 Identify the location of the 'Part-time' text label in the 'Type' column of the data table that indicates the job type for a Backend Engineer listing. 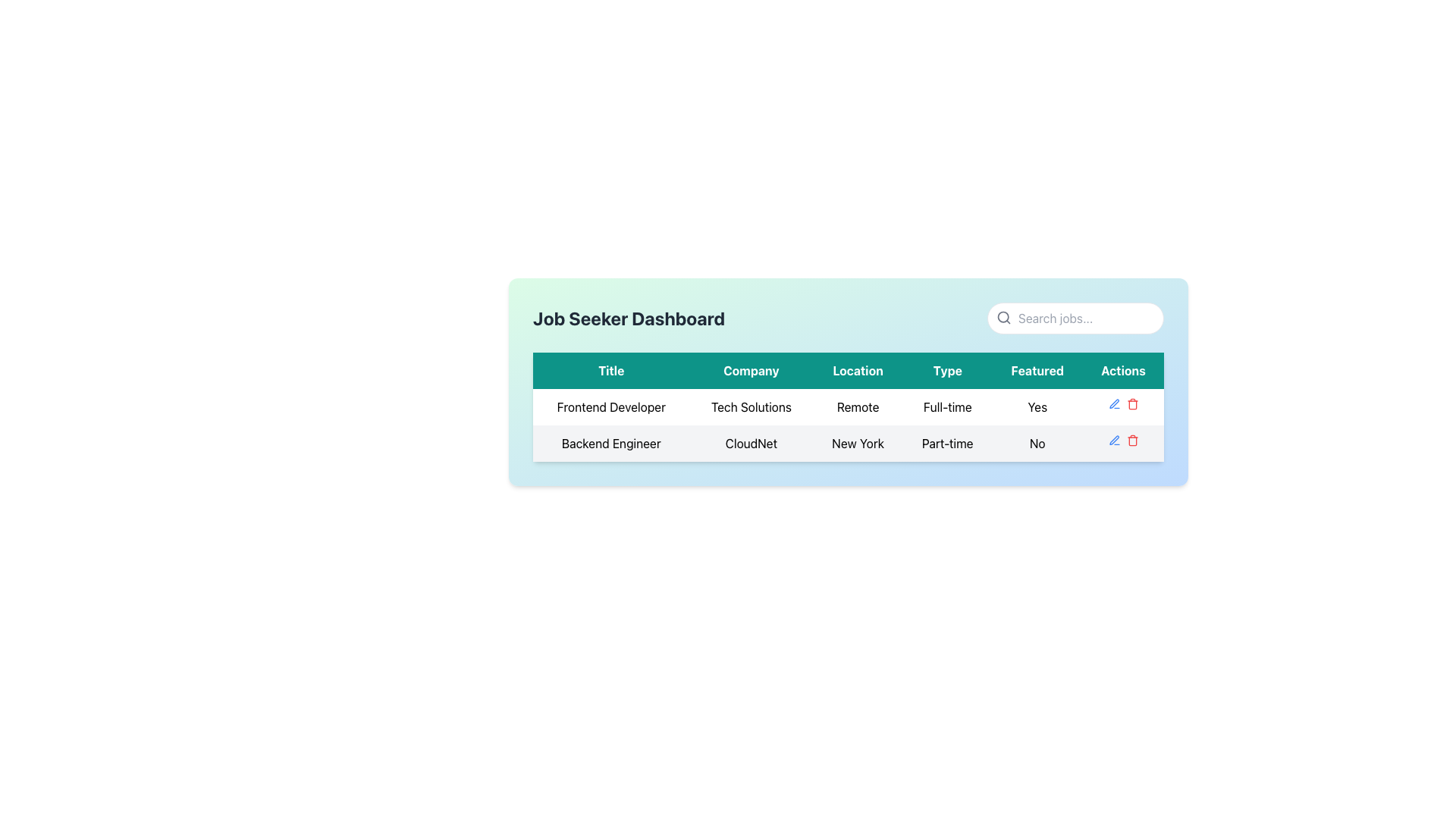
(946, 444).